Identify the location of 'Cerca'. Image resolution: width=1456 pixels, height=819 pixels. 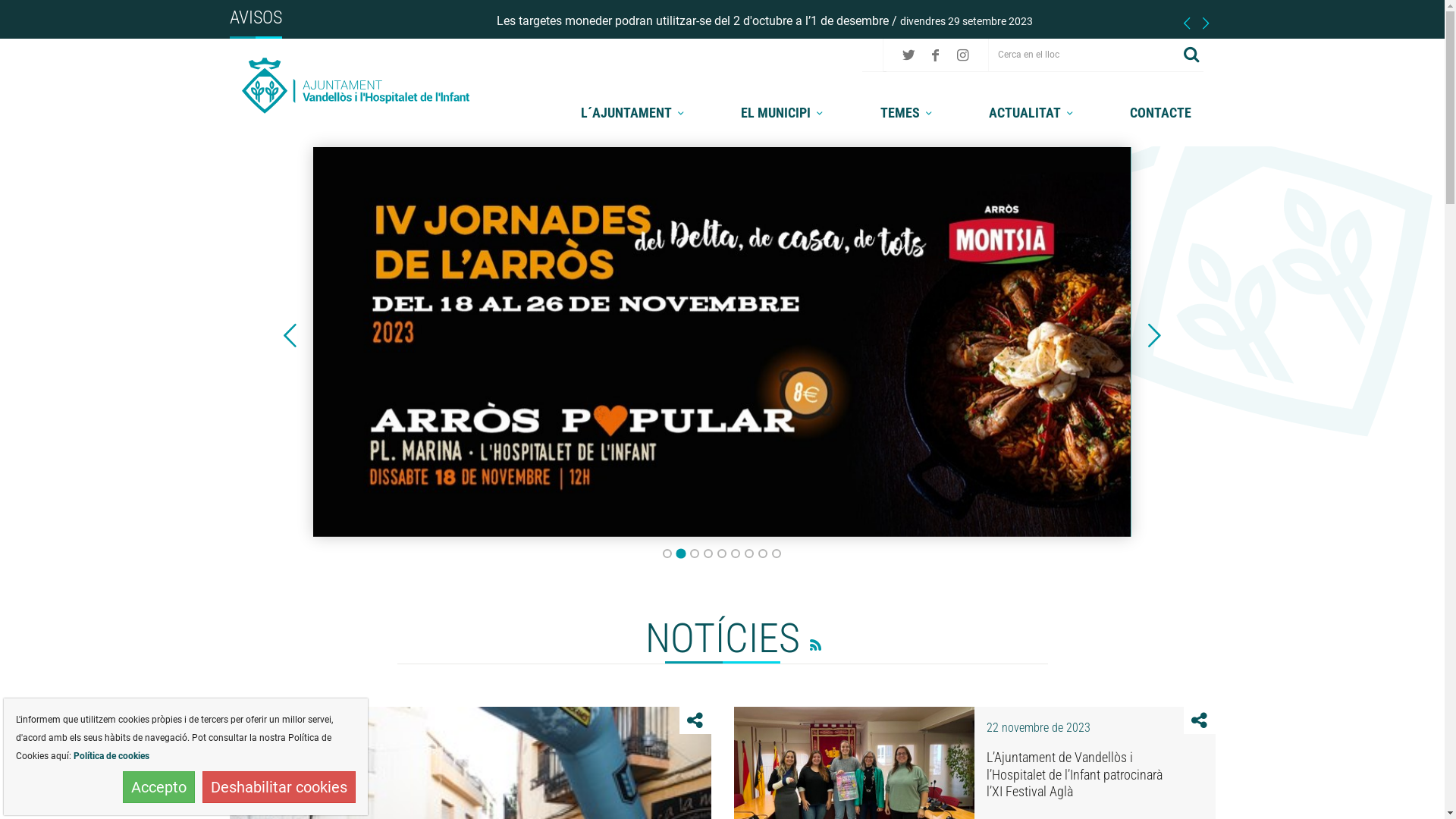
(1191, 53).